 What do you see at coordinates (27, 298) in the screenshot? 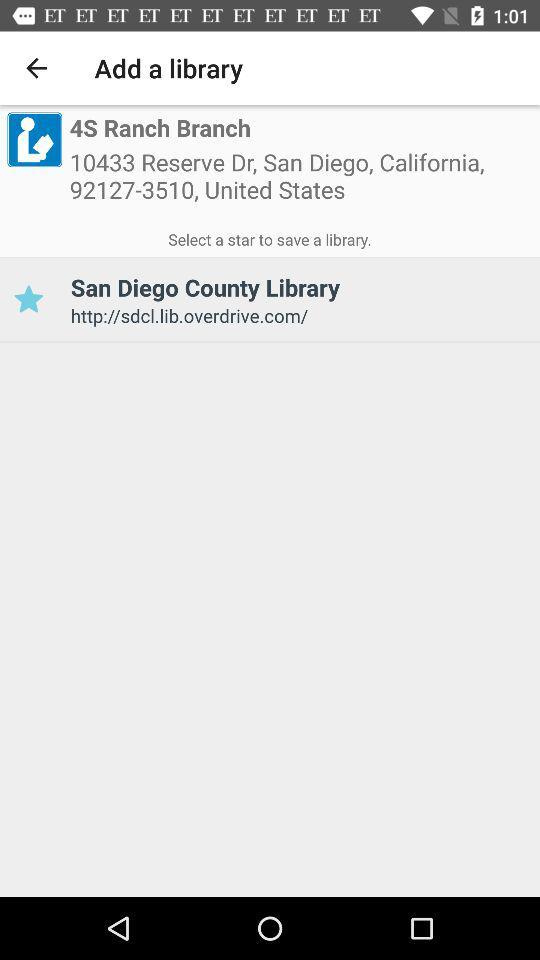
I see `icon next to san diego county item` at bounding box center [27, 298].